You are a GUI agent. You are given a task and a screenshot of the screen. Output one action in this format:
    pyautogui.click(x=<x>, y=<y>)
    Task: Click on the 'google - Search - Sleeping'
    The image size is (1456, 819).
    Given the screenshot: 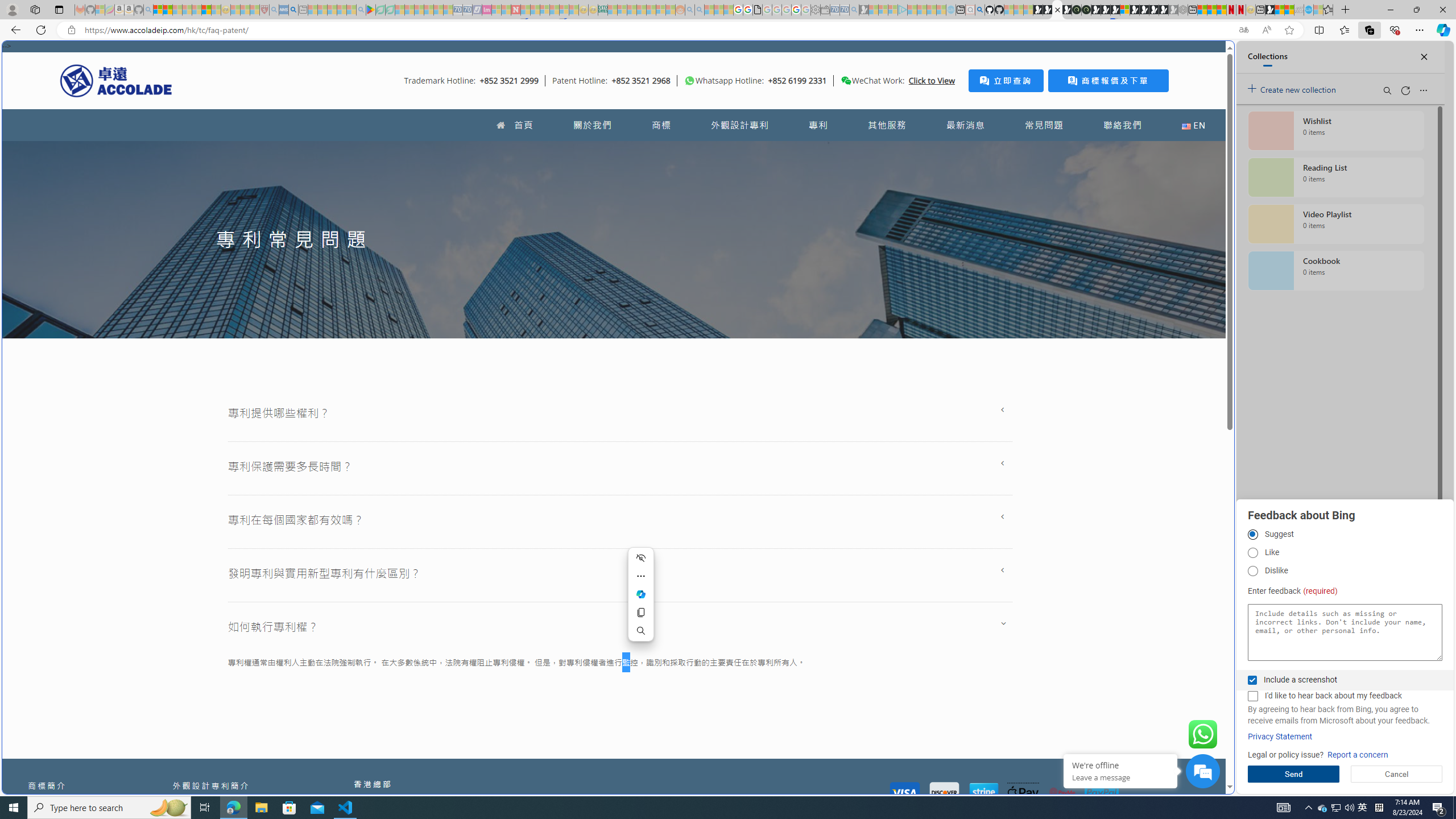 What is the action you would take?
    pyautogui.click(x=360, y=9)
    